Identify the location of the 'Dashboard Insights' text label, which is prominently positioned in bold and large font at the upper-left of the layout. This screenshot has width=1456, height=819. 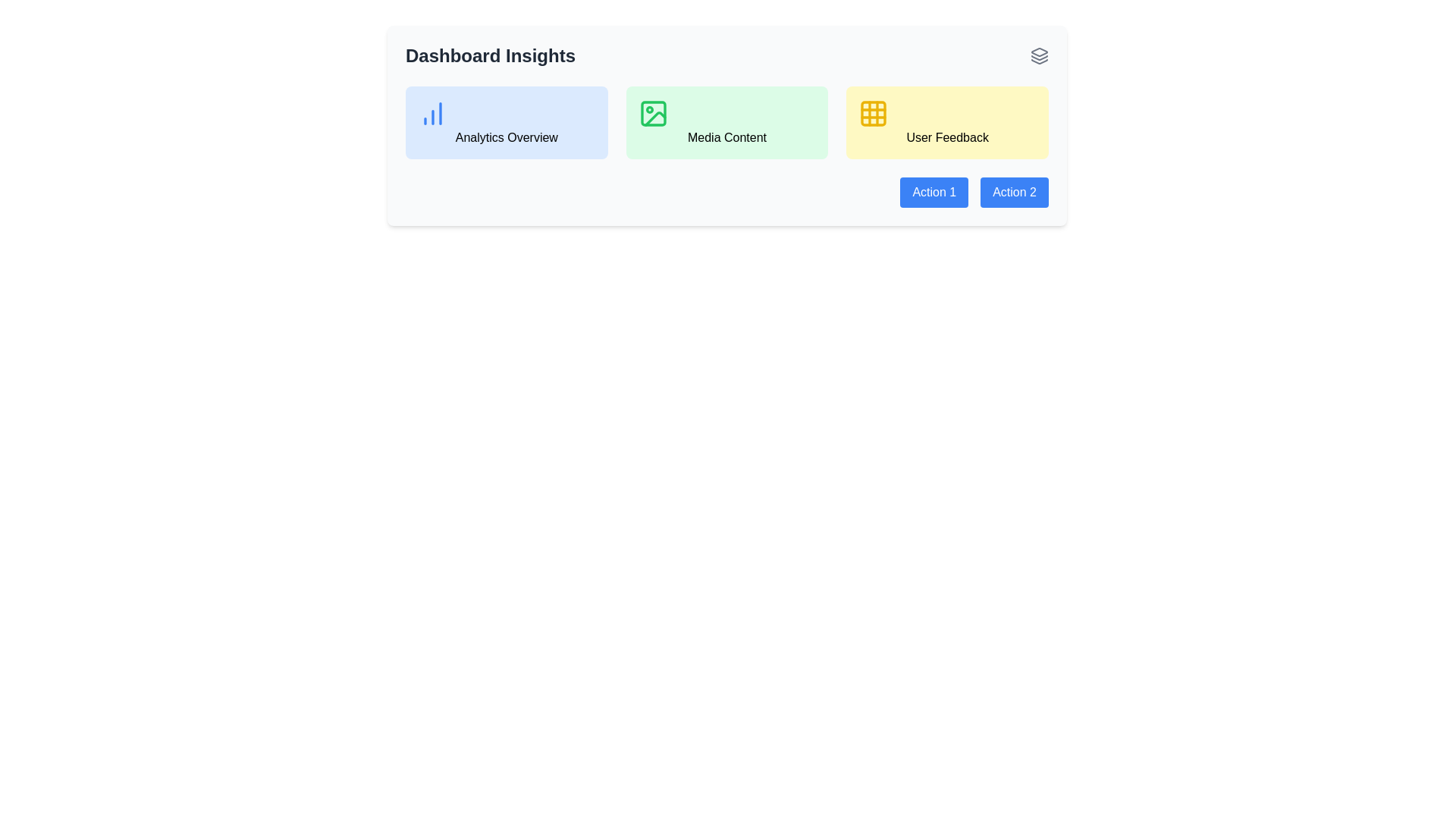
(491, 55).